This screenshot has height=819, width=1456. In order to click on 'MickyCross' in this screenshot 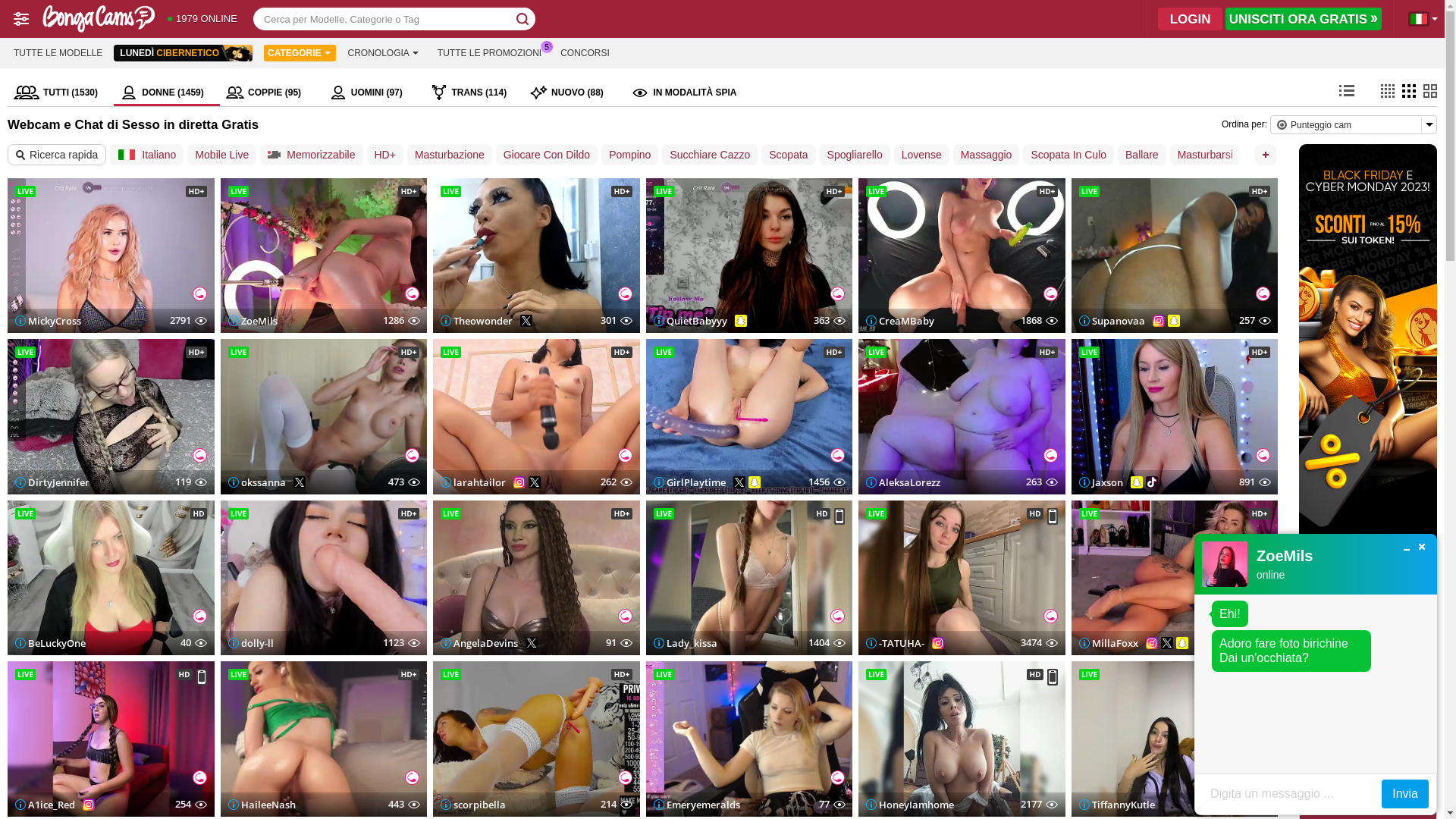, I will do `click(48, 320)`.